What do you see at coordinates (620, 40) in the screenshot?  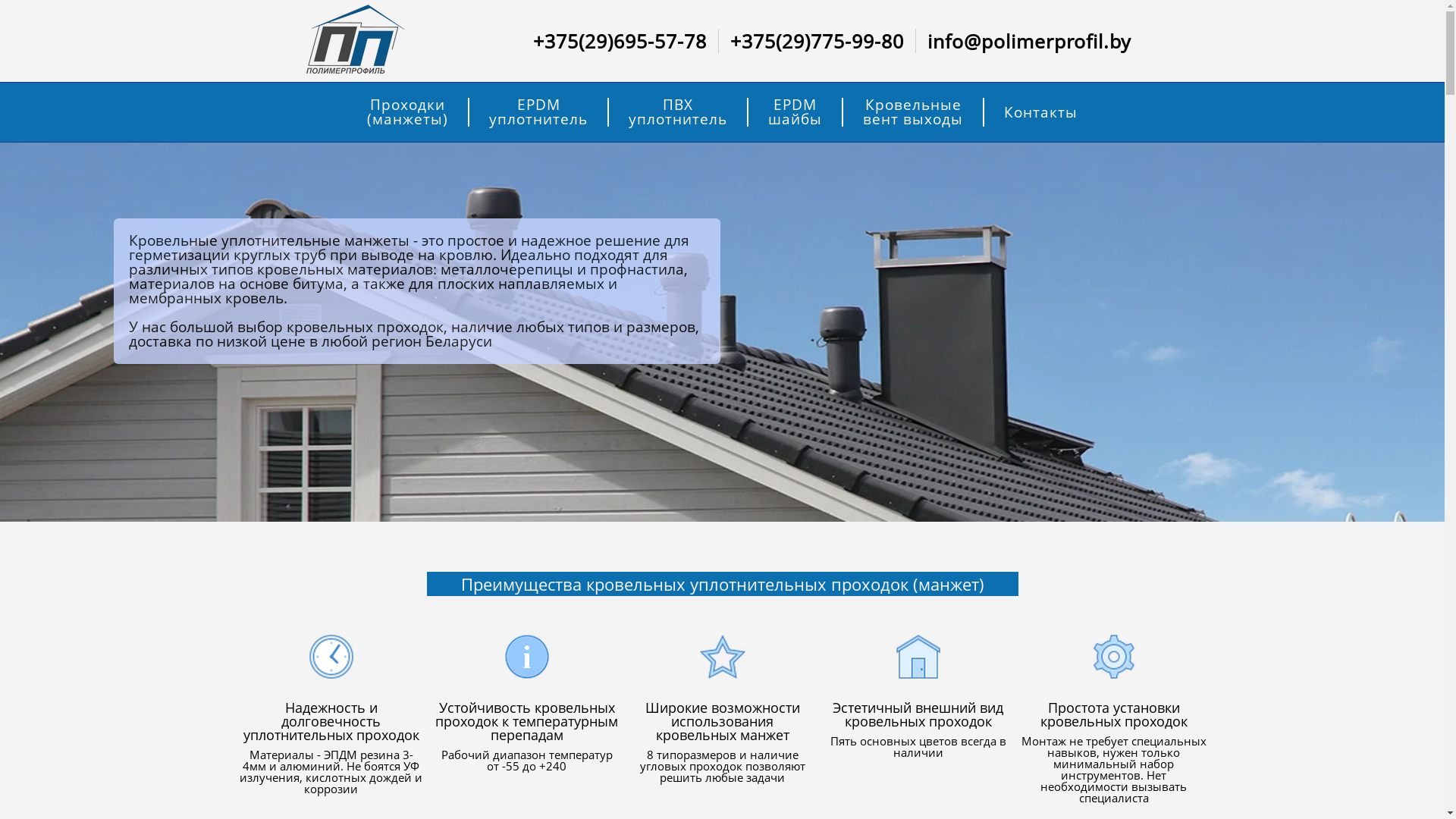 I see `'+375(29)695-57-78'` at bounding box center [620, 40].